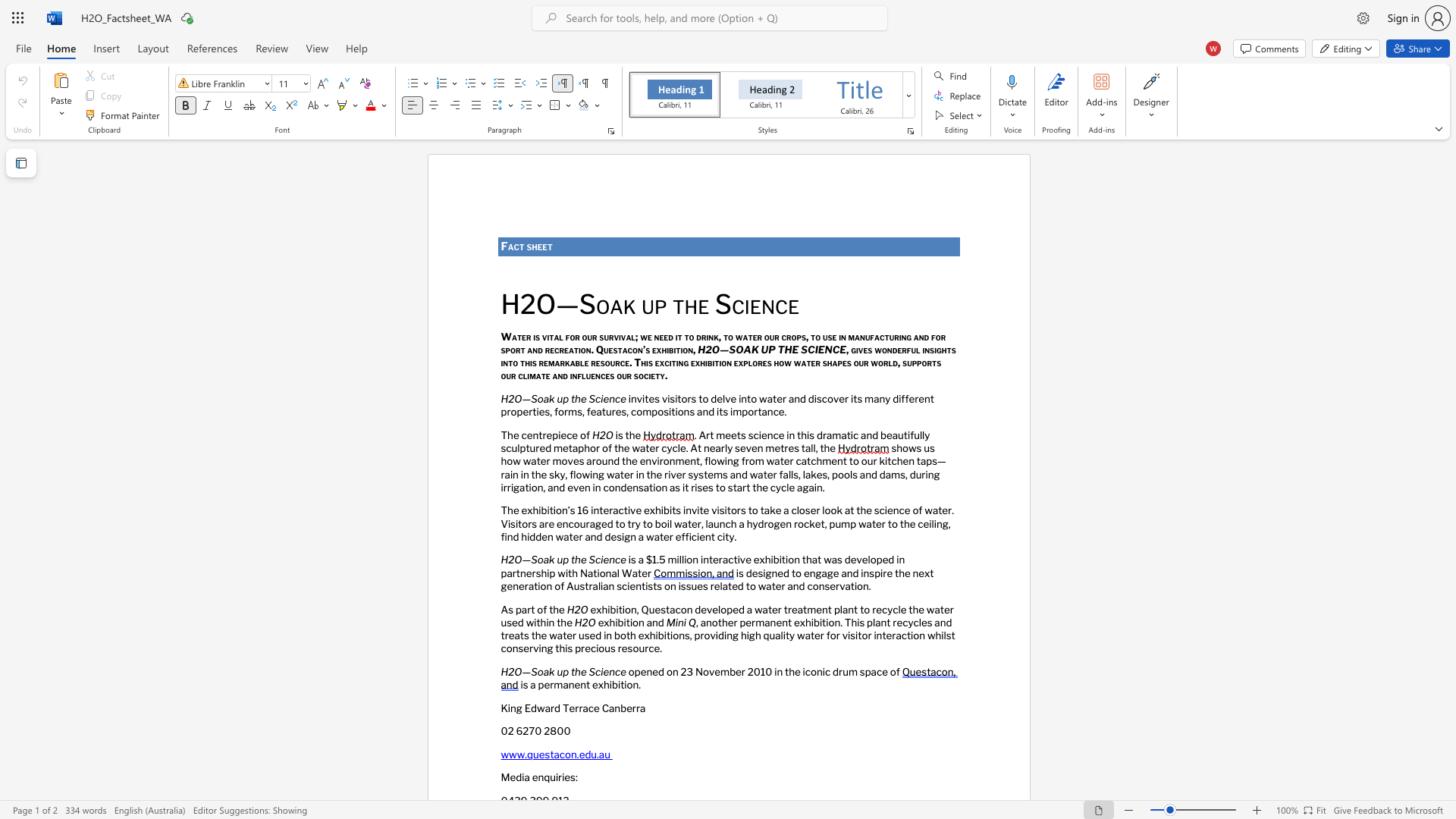 Image resolution: width=1456 pixels, height=819 pixels. I want to click on the subset text "t the cycle" within the text "rain in the sky, flowing water in the river systems and water falls, lakes, pools and dams, during irrigation, and even in condensation as it rises to start the cycle again.", so click(746, 487).